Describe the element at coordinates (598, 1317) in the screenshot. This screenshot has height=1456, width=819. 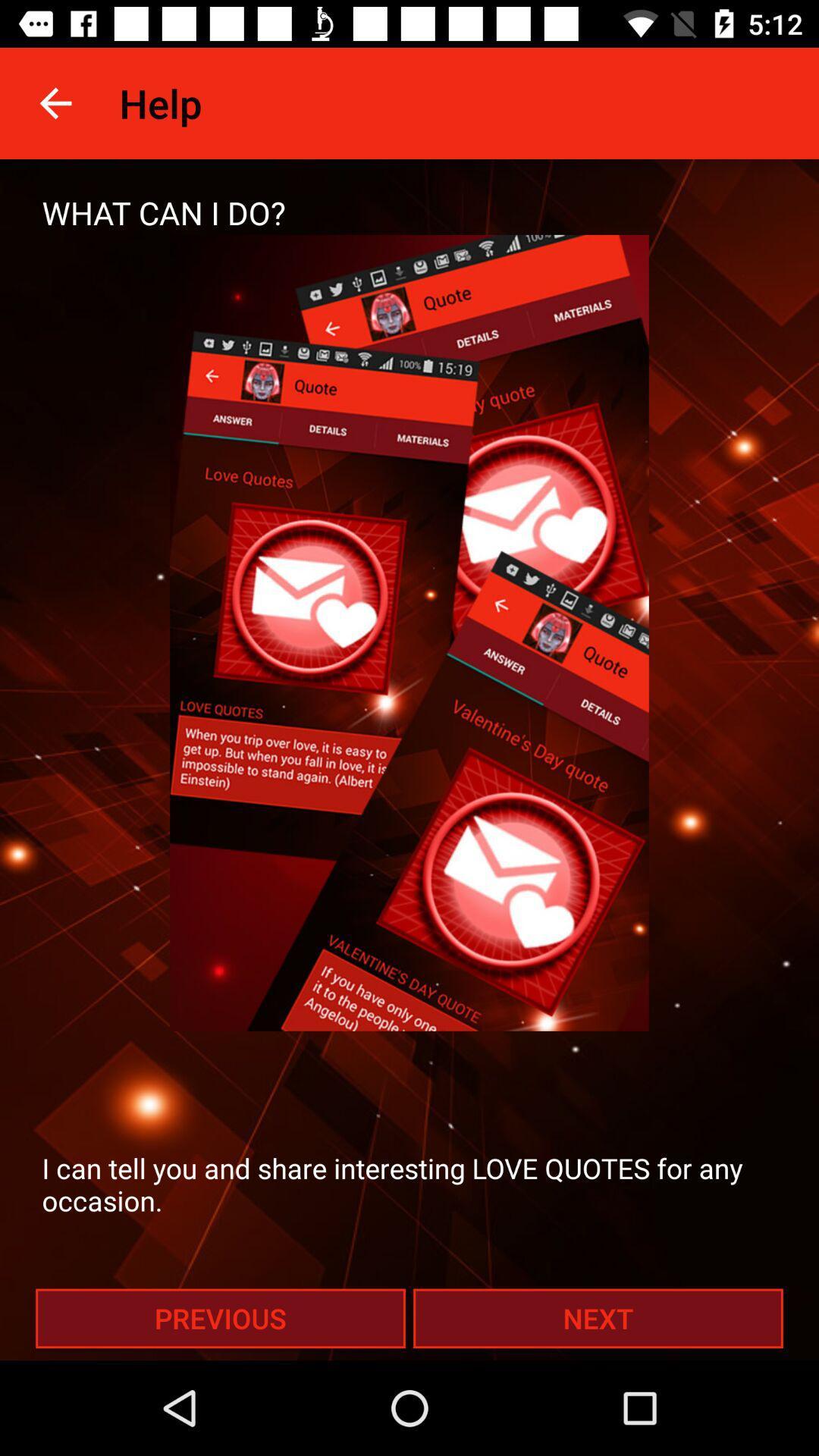
I see `the item to the right of previous item` at that location.